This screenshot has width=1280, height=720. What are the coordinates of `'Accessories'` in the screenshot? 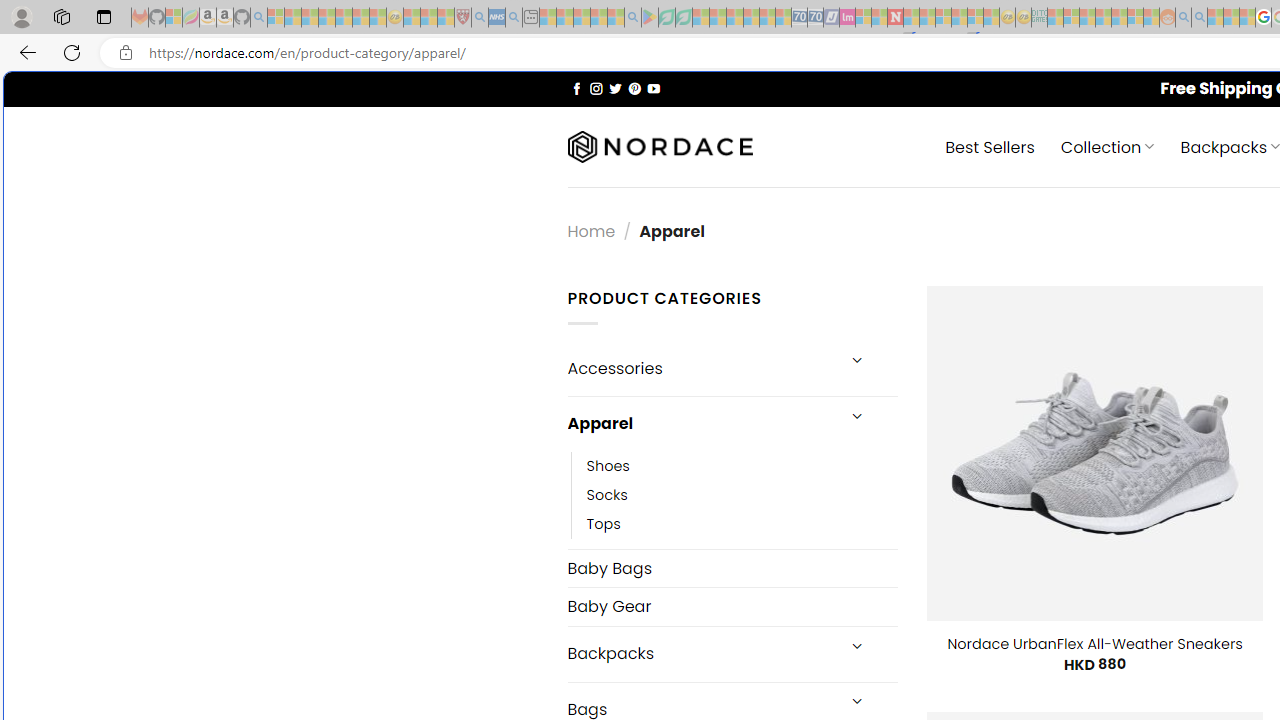 It's located at (700, 368).